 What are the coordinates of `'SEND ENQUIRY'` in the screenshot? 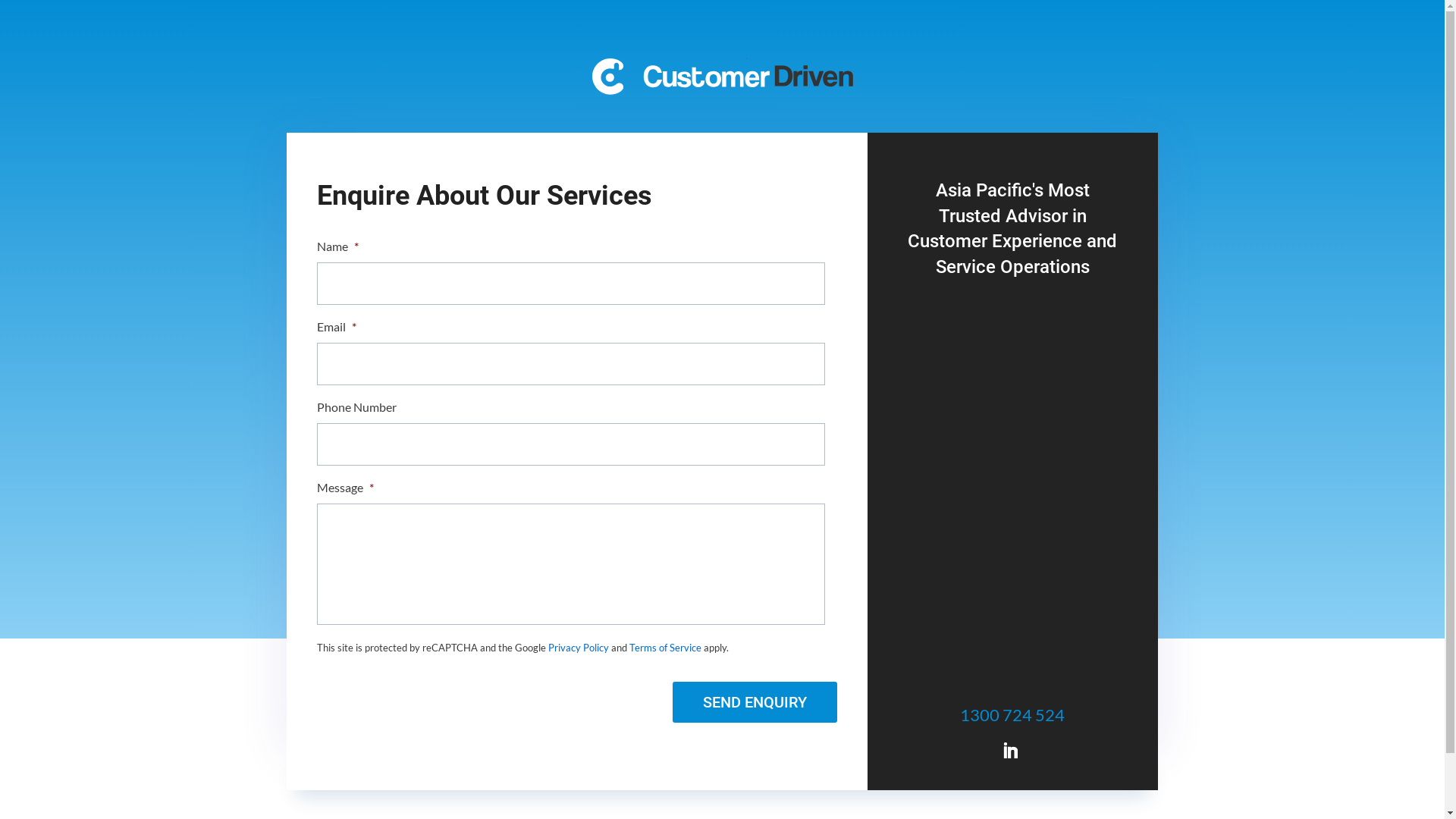 It's located at (672, 701).